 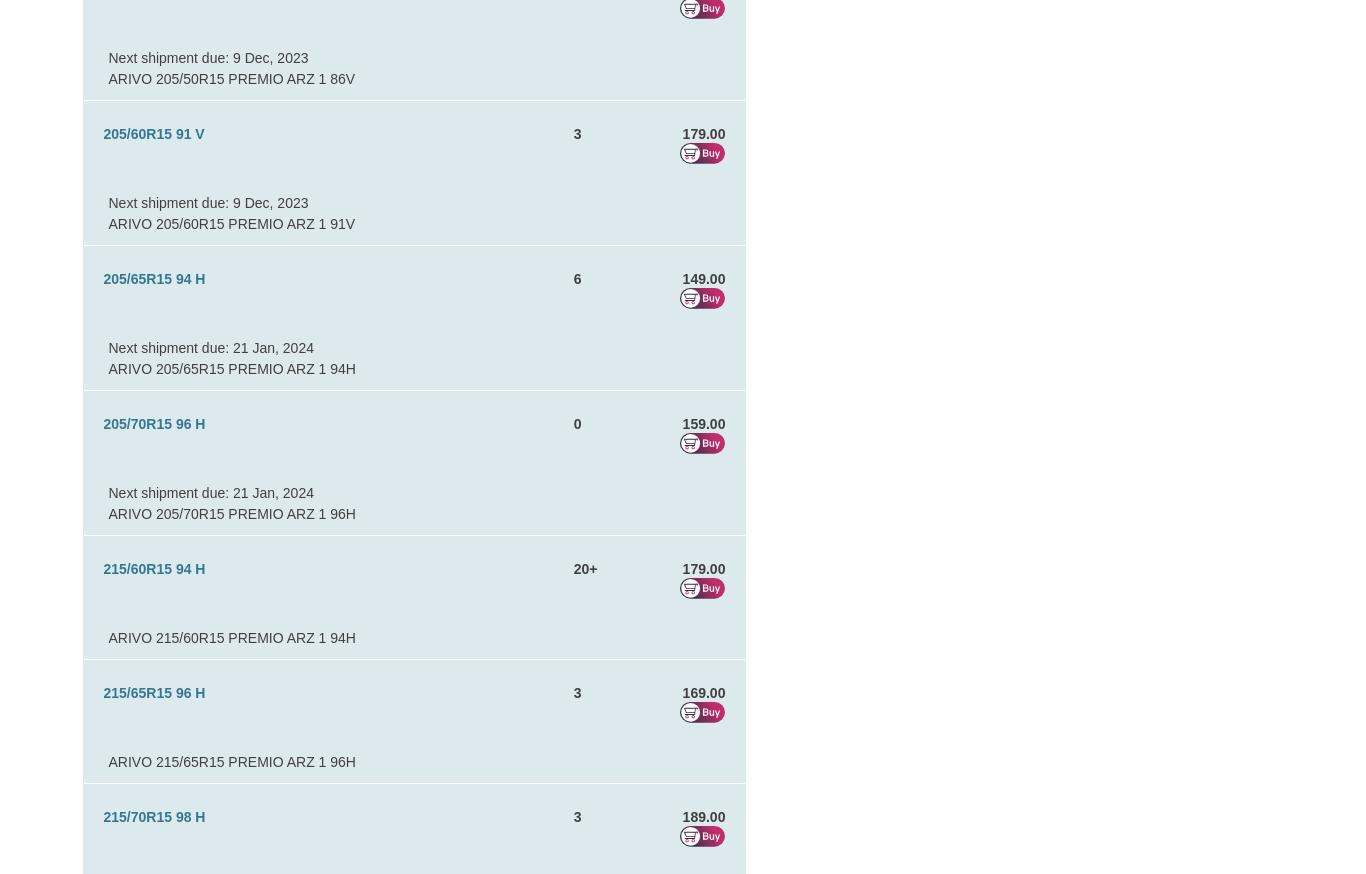 I want to click on '215/65R15 96 H', so click(x=102, y=692).